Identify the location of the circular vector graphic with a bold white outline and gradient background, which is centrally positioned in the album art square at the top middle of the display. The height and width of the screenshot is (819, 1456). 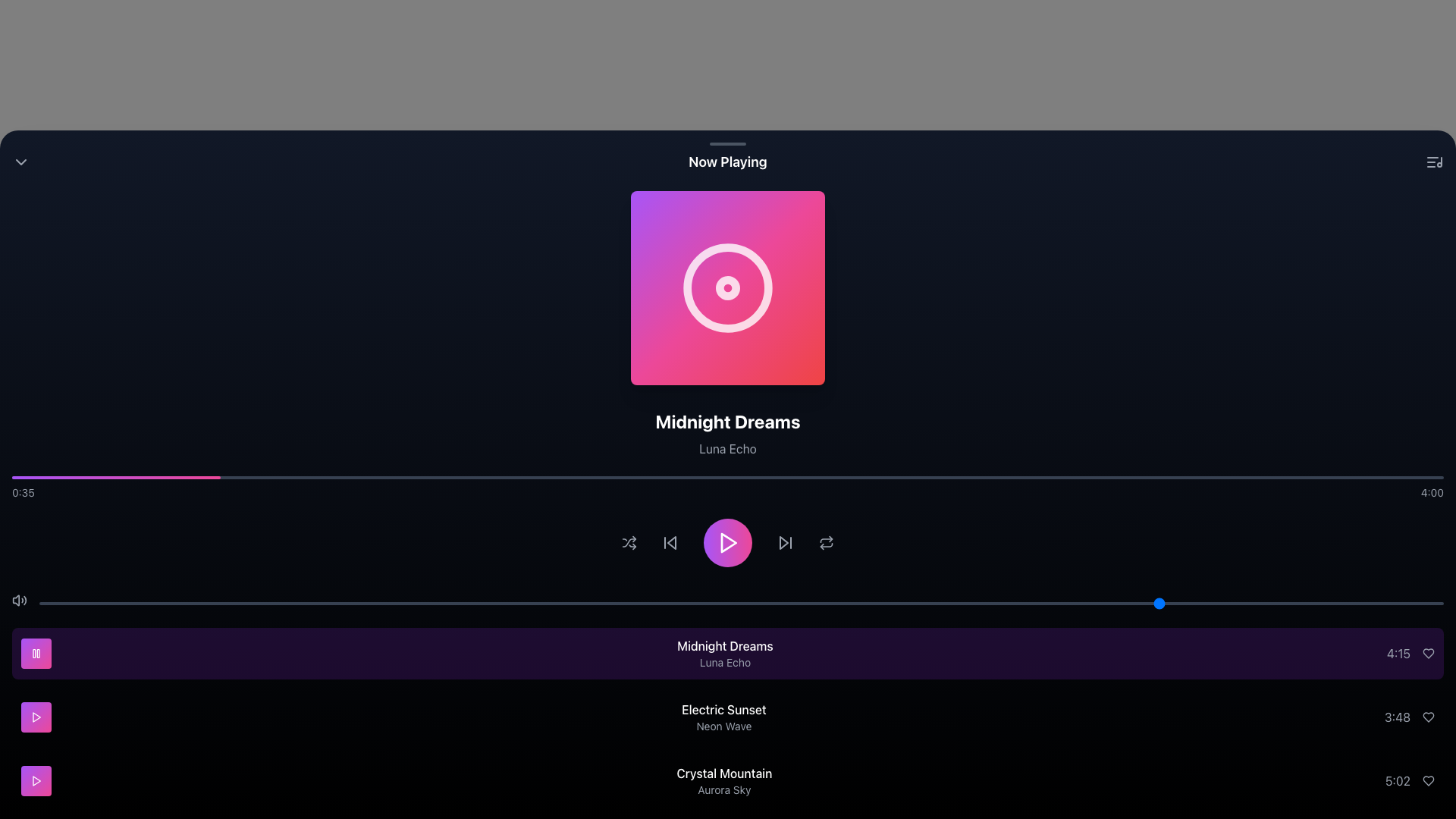
(728, 288).